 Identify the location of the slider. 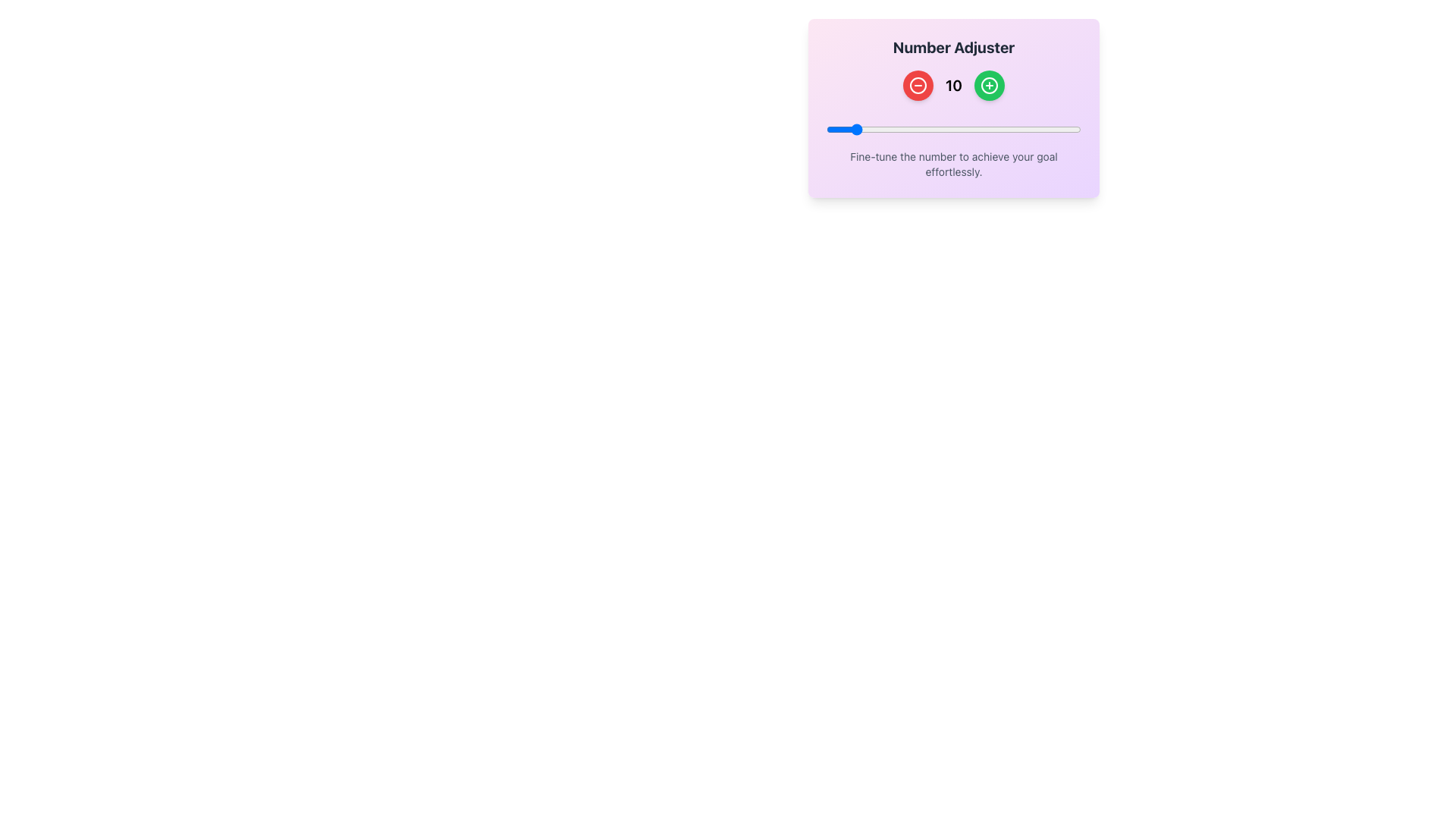
(997, 128).